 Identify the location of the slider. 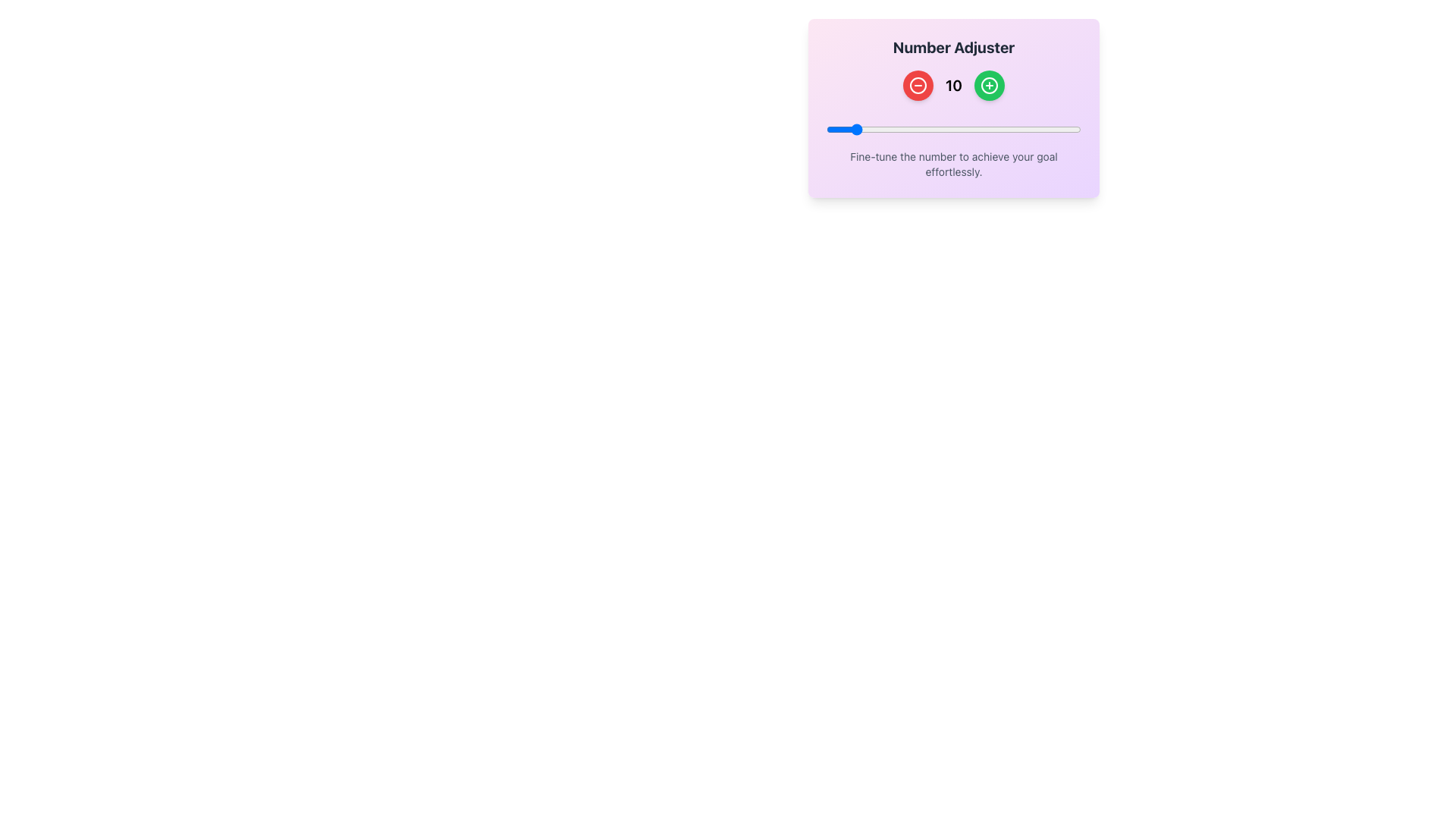
(997, 128).